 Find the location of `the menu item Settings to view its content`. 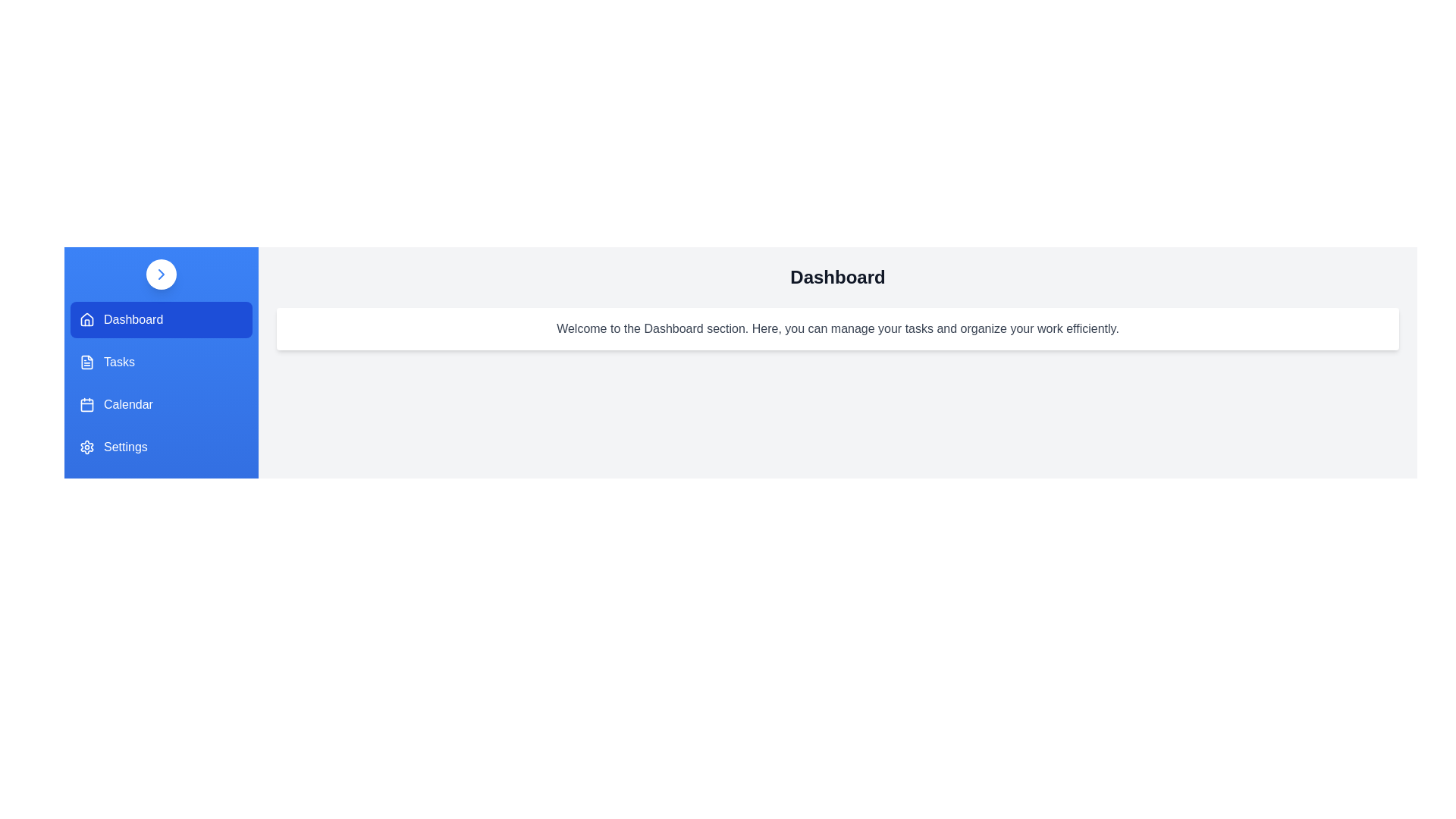

the menu item Settings to view its content is located at coordinates (161, 447).